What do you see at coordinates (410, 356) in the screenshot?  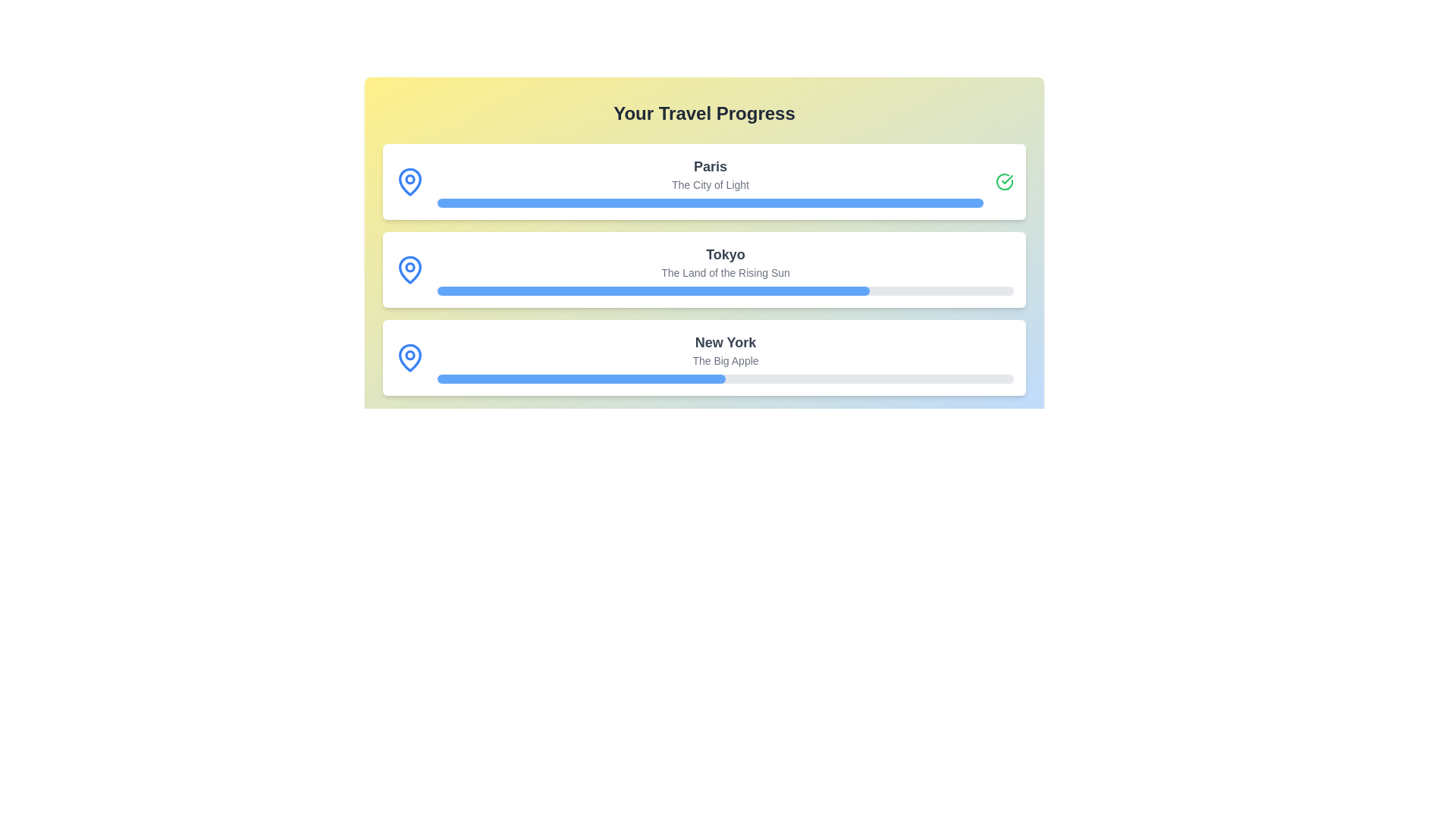 I see `the third map pin icon indicating the 'New York' travel progress section` at bounding box center [410, 356].